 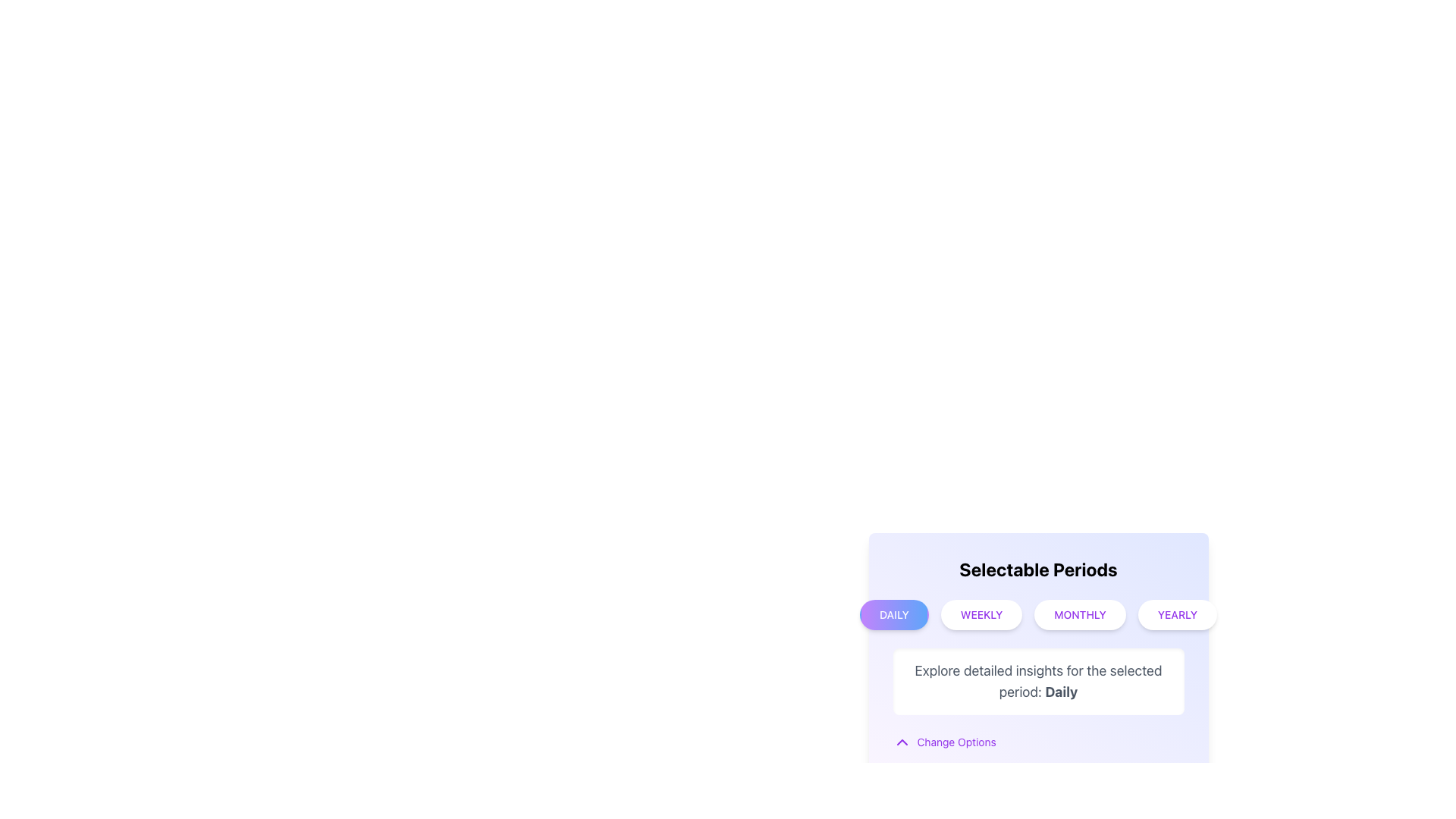 What do you see at coordinates (894, 614) in the screenshot?
I see `the first button in the 'Selectable Periods' section that switches the display` at bounding box center [894, 614].